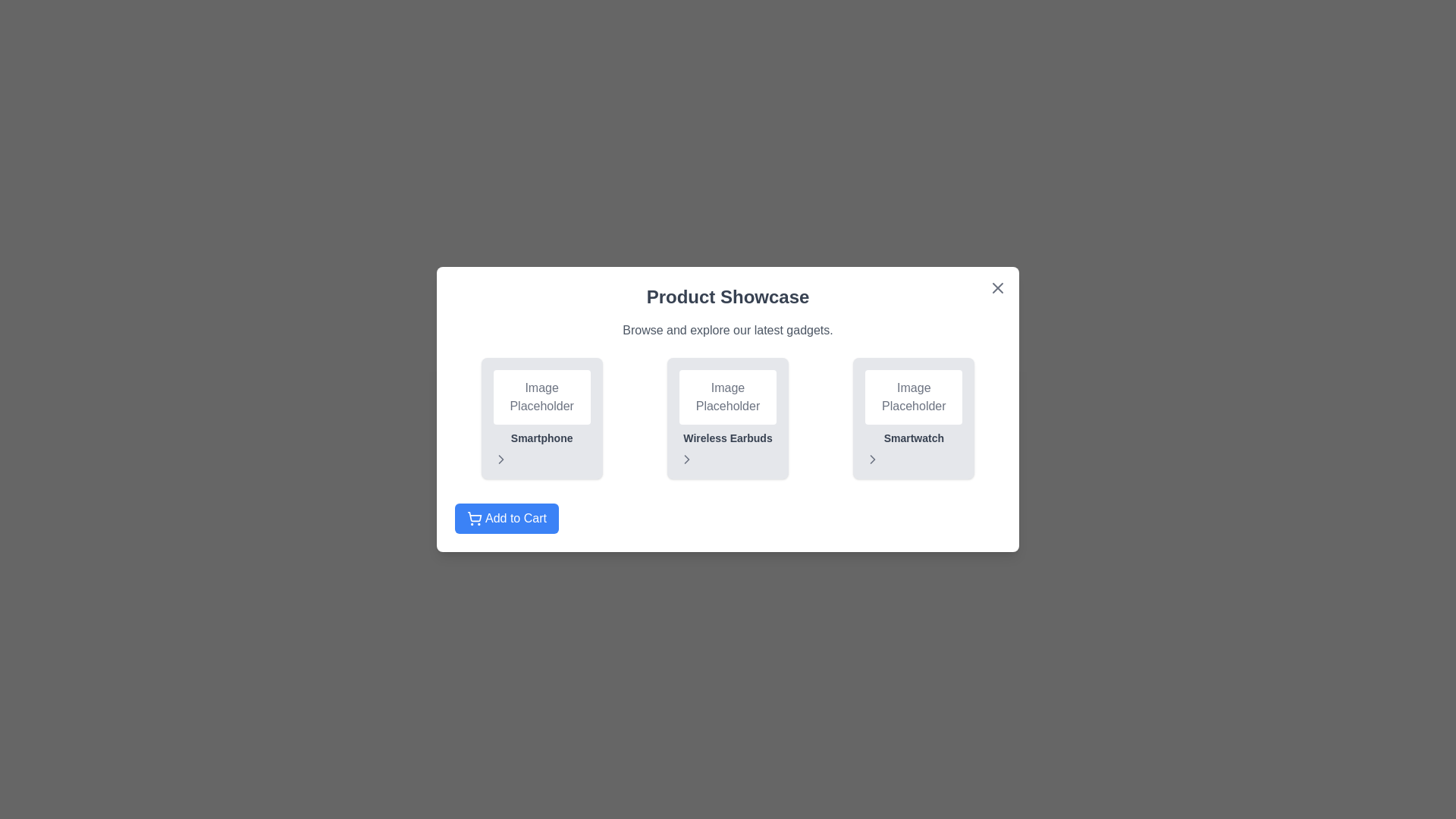  What do you see at coordinates (913, 438) in the screenshot?
I see `the 'Smartwatch' text label located at the bottom of the third card in a horizontal list, which serves as a label for the associated image above it` at bounding box center [913, 438].